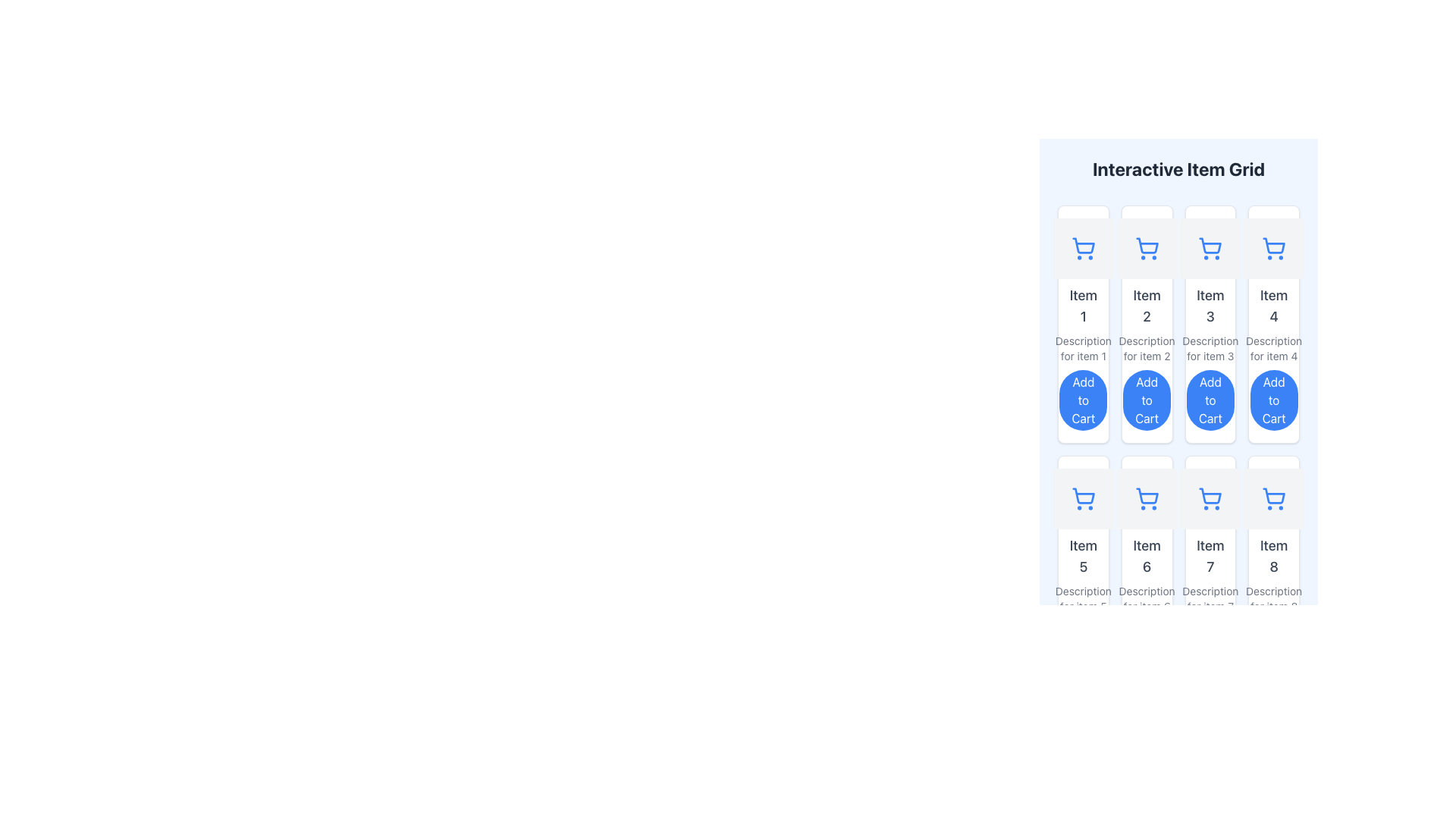  I want to click on the description text for 'Item 6' located between the title and 'Add to Cart' button on the sixth item card in the product display grid, so click(1147, 598).